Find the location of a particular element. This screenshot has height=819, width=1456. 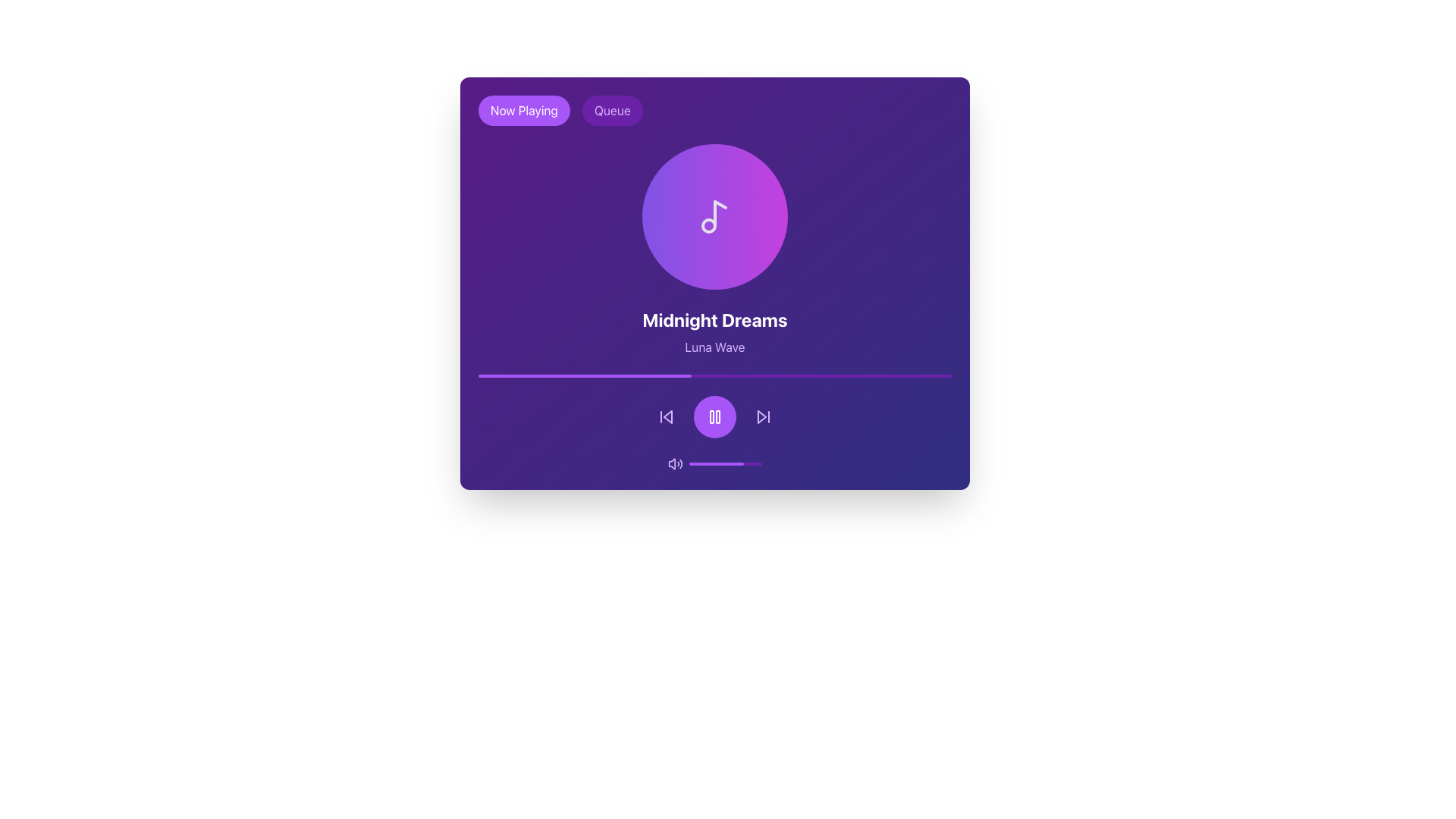

the composite element that displays the currently playing track's title and artist name to play or pause the track is located at coordinates (714, 307).